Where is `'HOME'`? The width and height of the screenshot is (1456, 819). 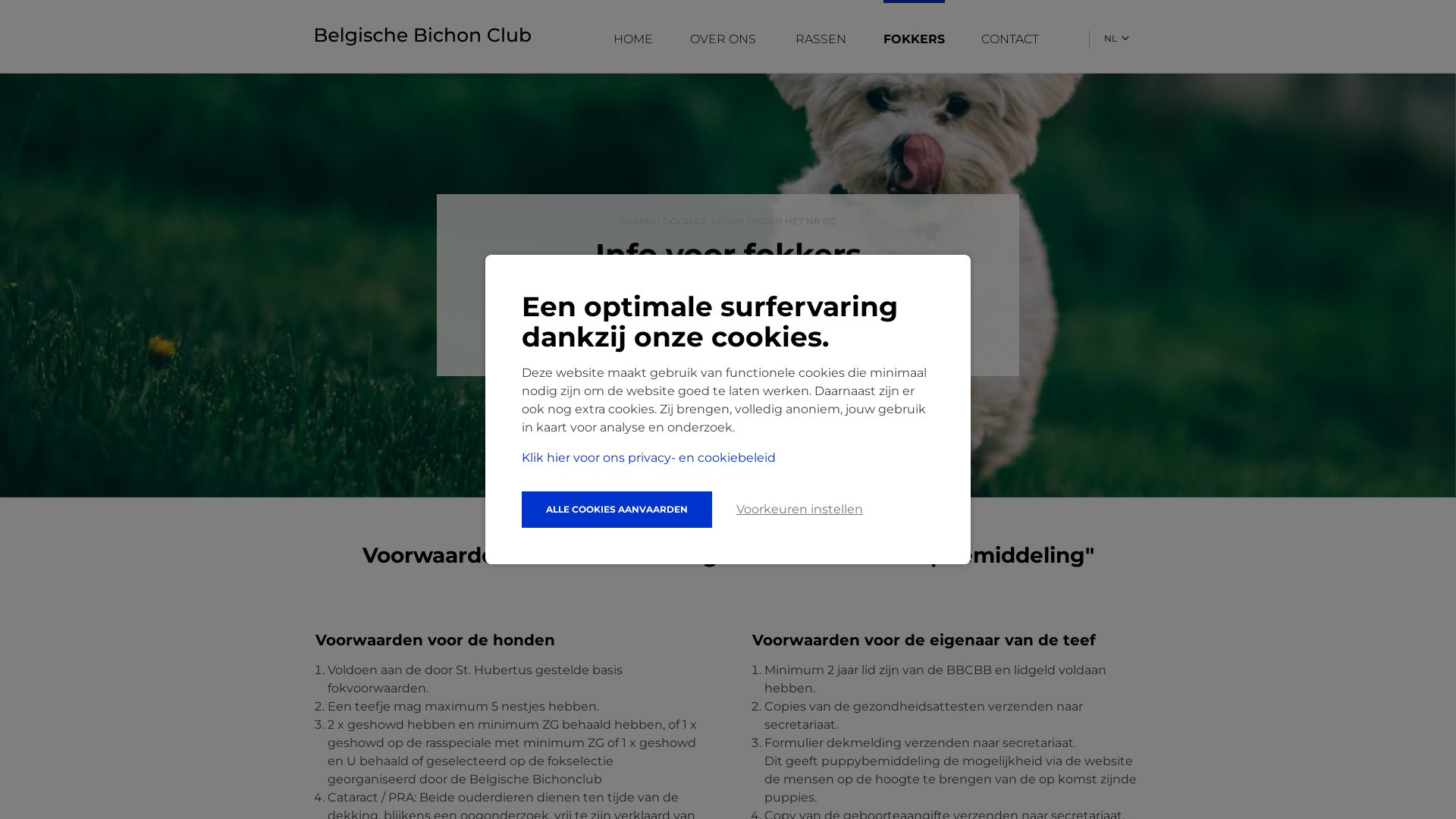 'HOME' is located at coordinates (633, 38).